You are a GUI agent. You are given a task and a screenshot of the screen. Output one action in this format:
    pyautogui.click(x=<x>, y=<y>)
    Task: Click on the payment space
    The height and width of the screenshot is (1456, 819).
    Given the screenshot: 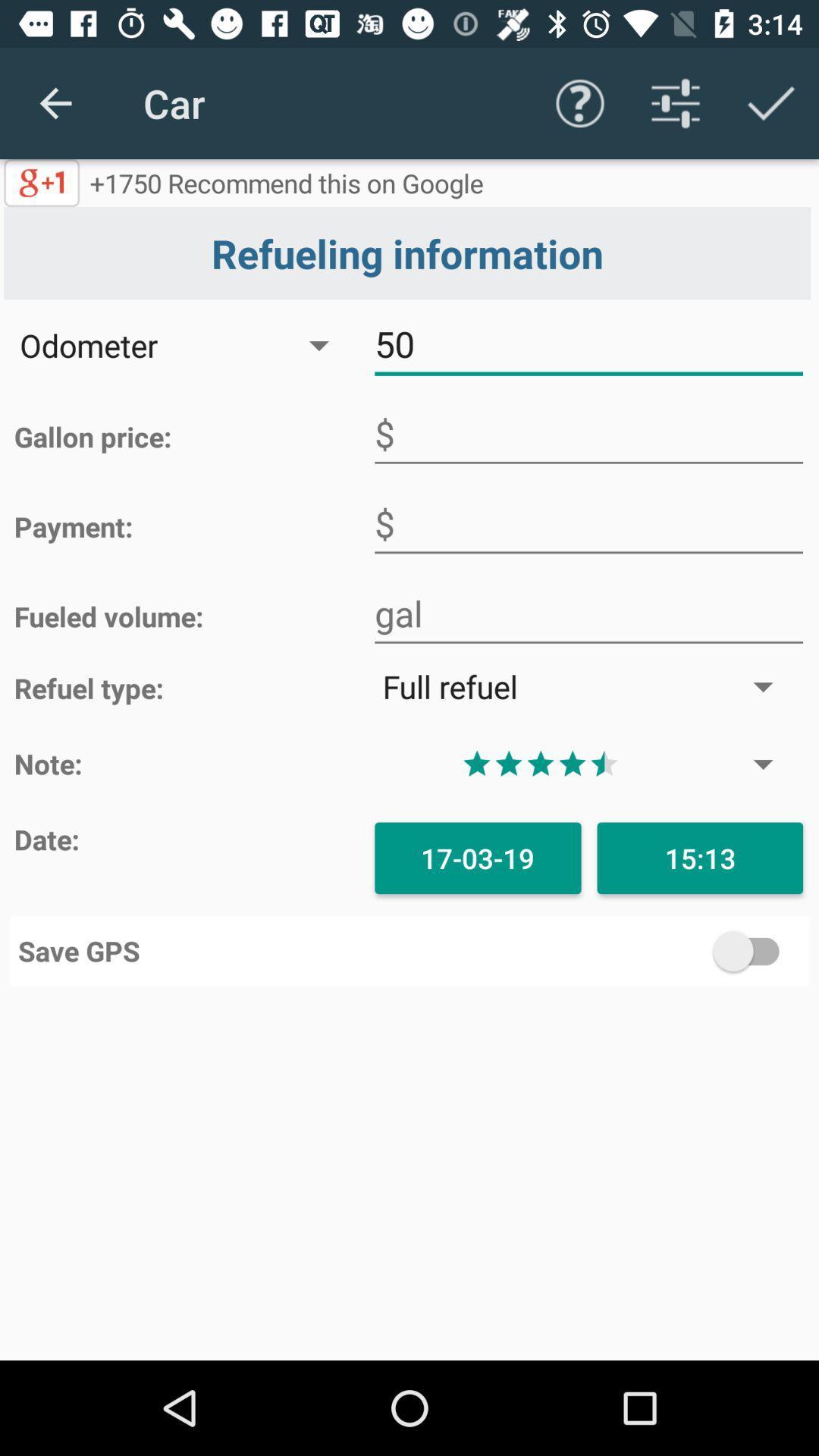 What is the action you would take?
    pyautogui.click(x=588, y=524)
    